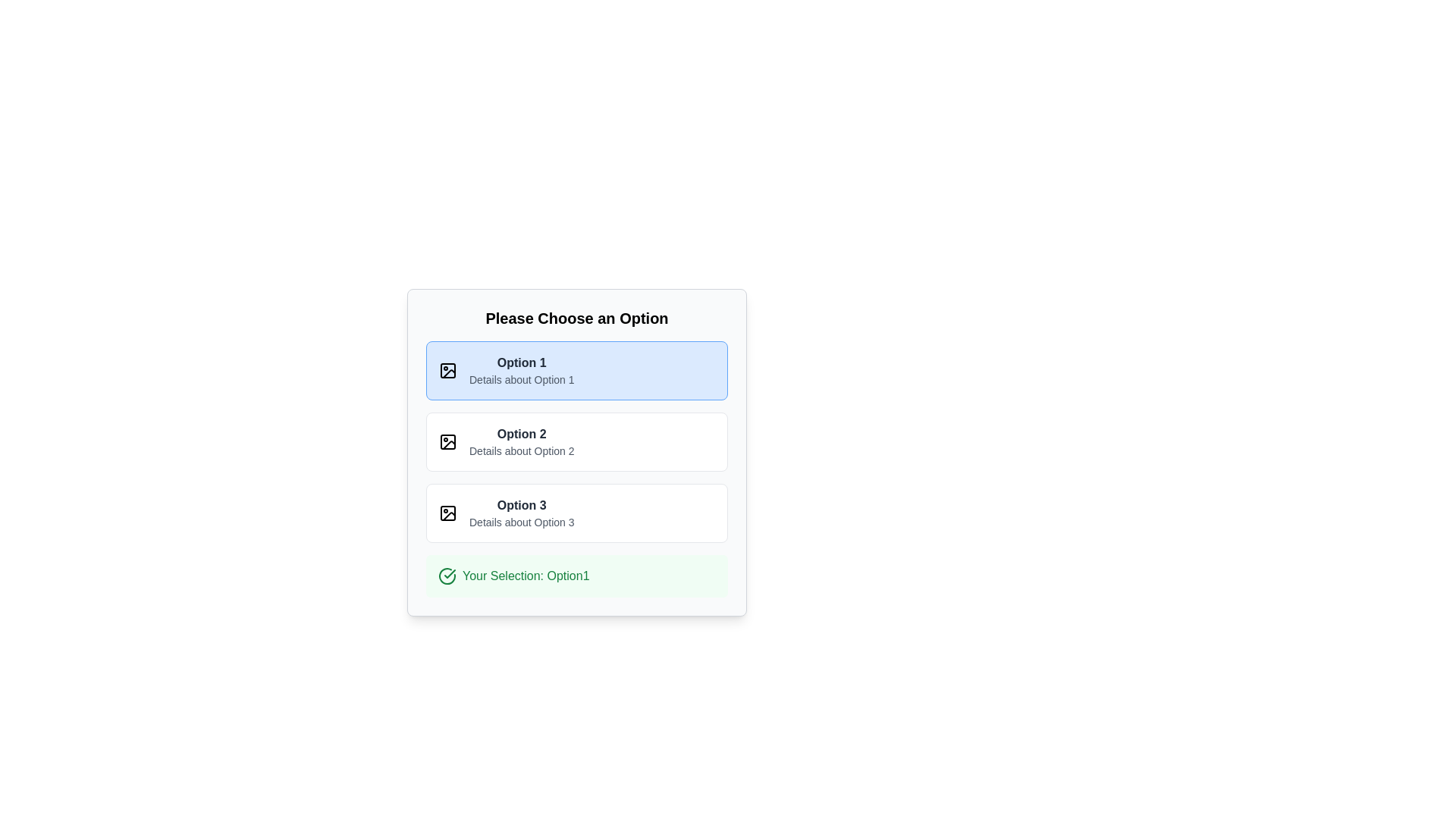 This screenshot has width=1456, height=819. I want to click on the static text label for the third selectable option, which serves as the primary identifier for this option in the options list, so click(522, 505).